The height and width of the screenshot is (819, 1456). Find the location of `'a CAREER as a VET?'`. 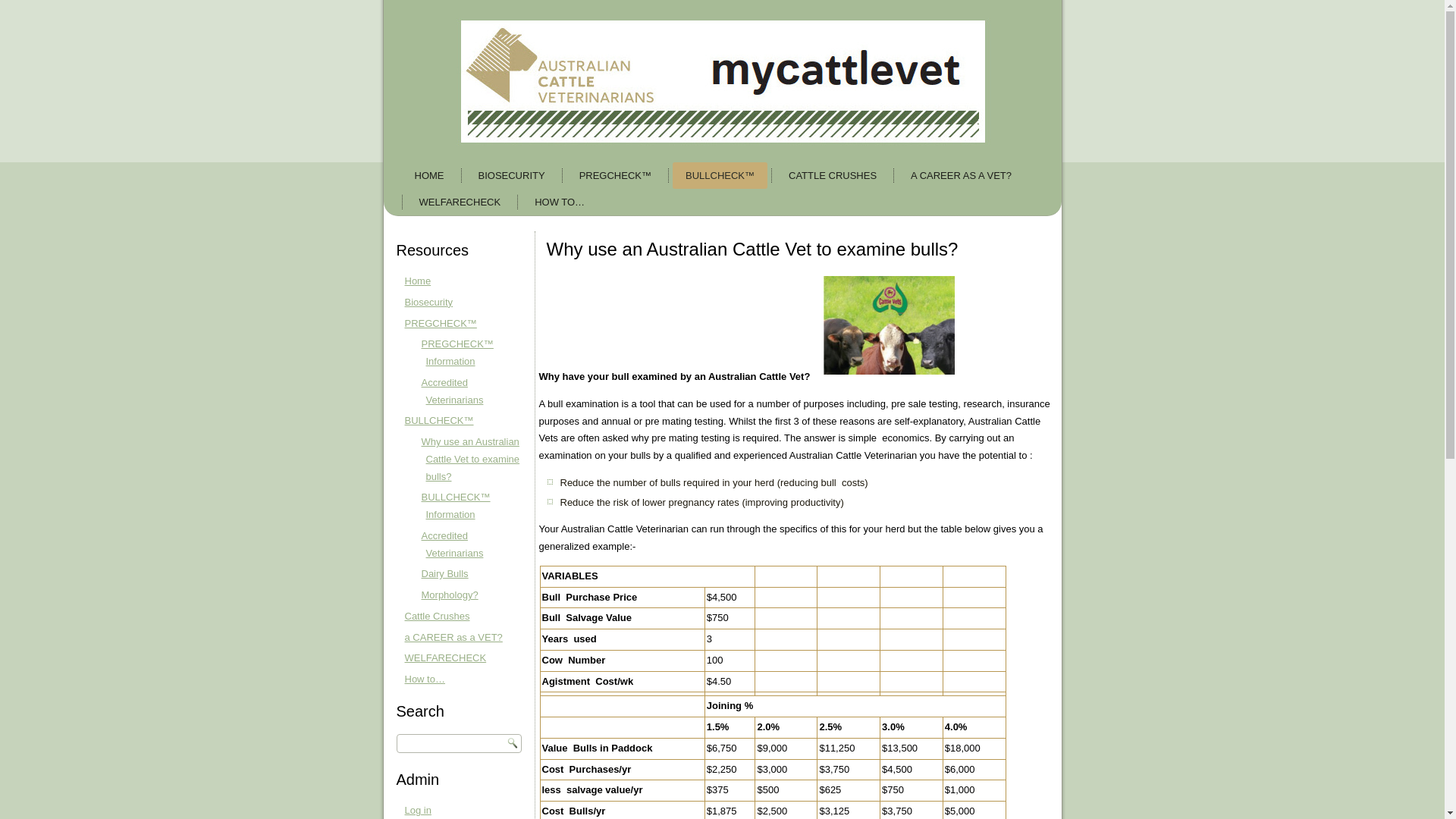

'a CAREER as a VET?' is located at coordinates (453, 636).